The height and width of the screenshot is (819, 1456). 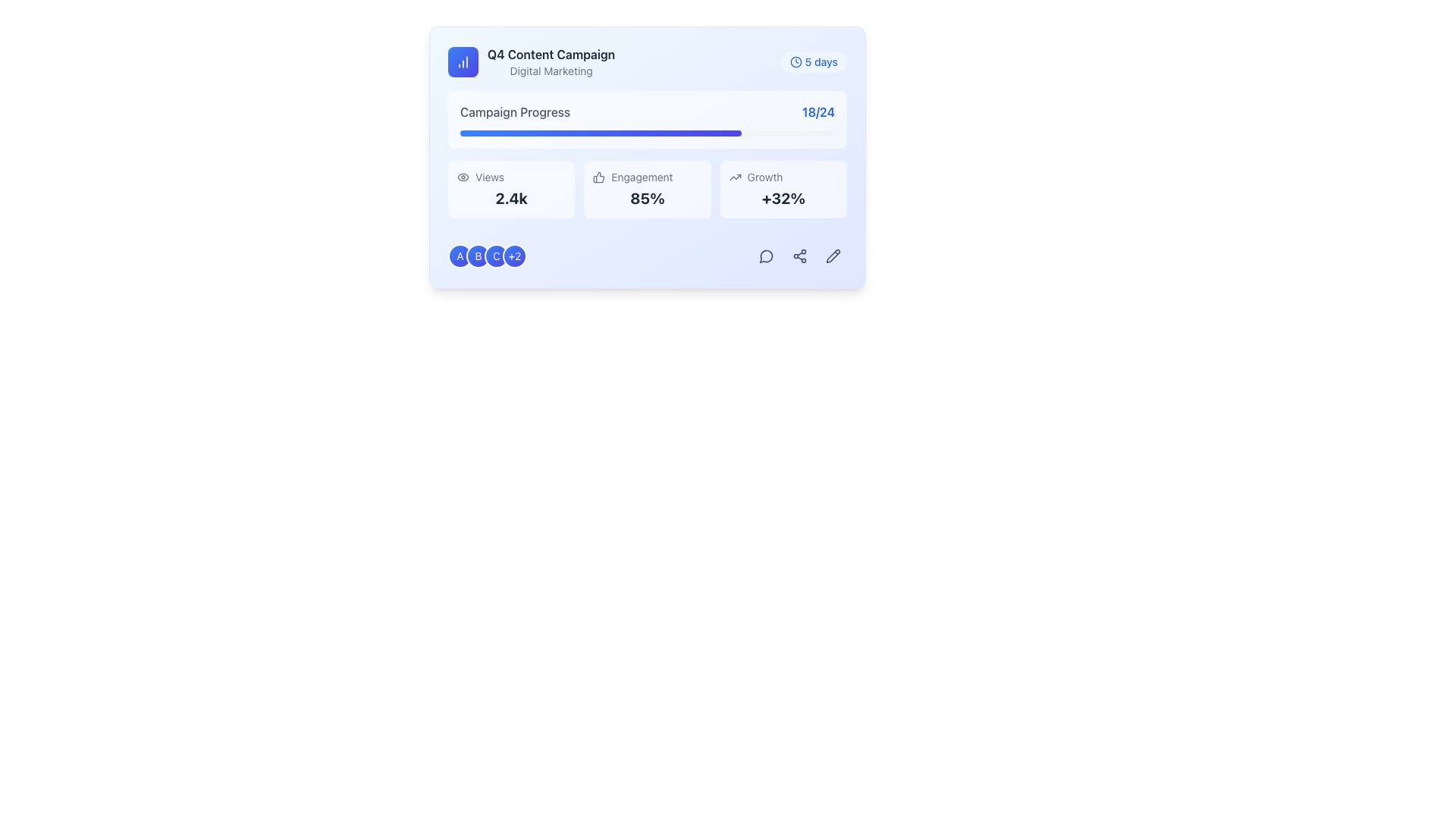 What do you see at coordinates (515, 111) in the screenshot?
I see `the text label that provides contextual information about the campaign's progress, located to the left of the '18/24' progress summary` at bounding box center [515, 111].